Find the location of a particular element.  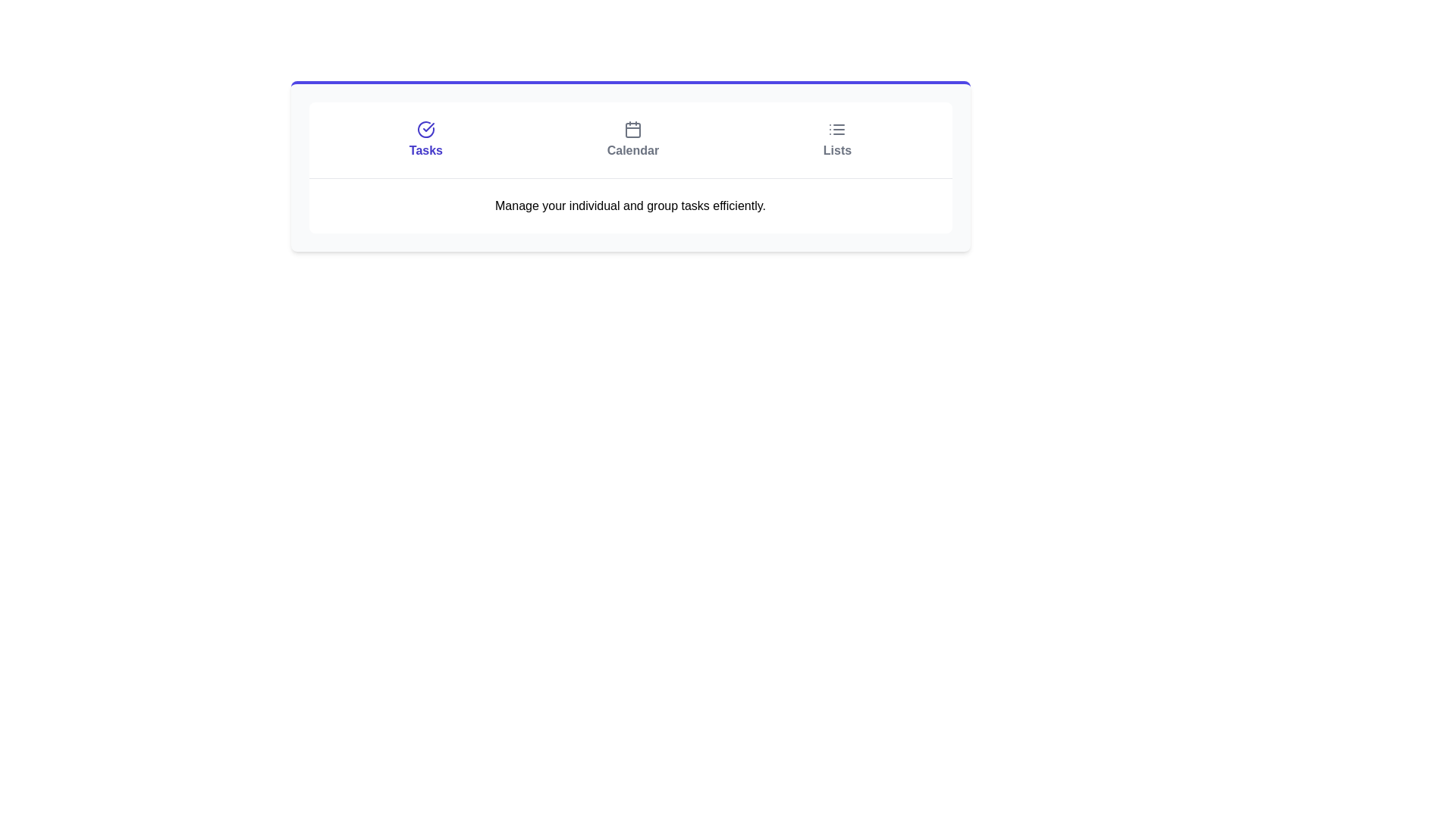

the interactive navigation button labeled 'Lists', which features an icon of three horizontal lines above the text is located at coordinates (836, 140).